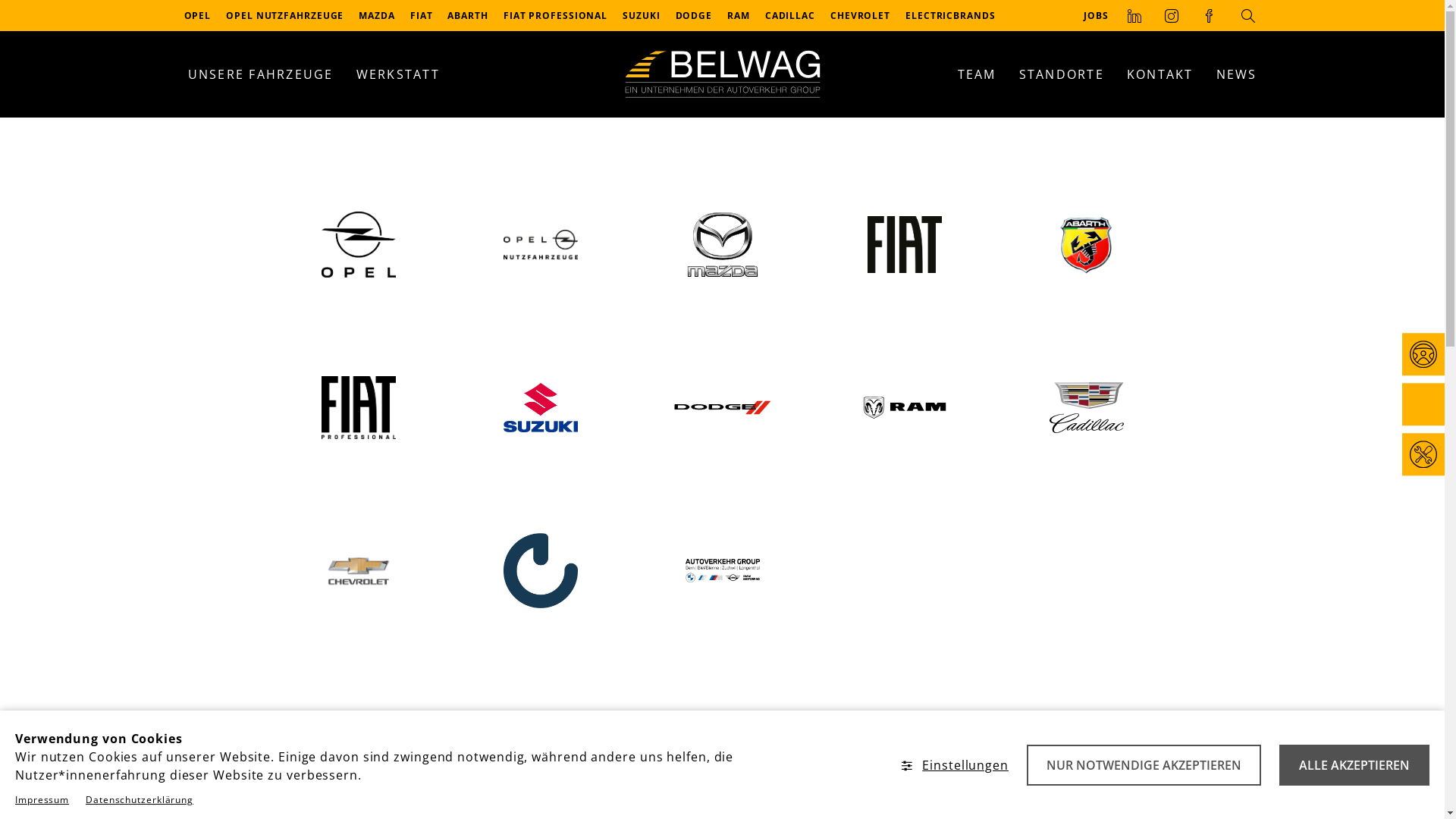 This screenshot has height=819, width=1456. I want to click on 'Mazda', so click(720, 243).